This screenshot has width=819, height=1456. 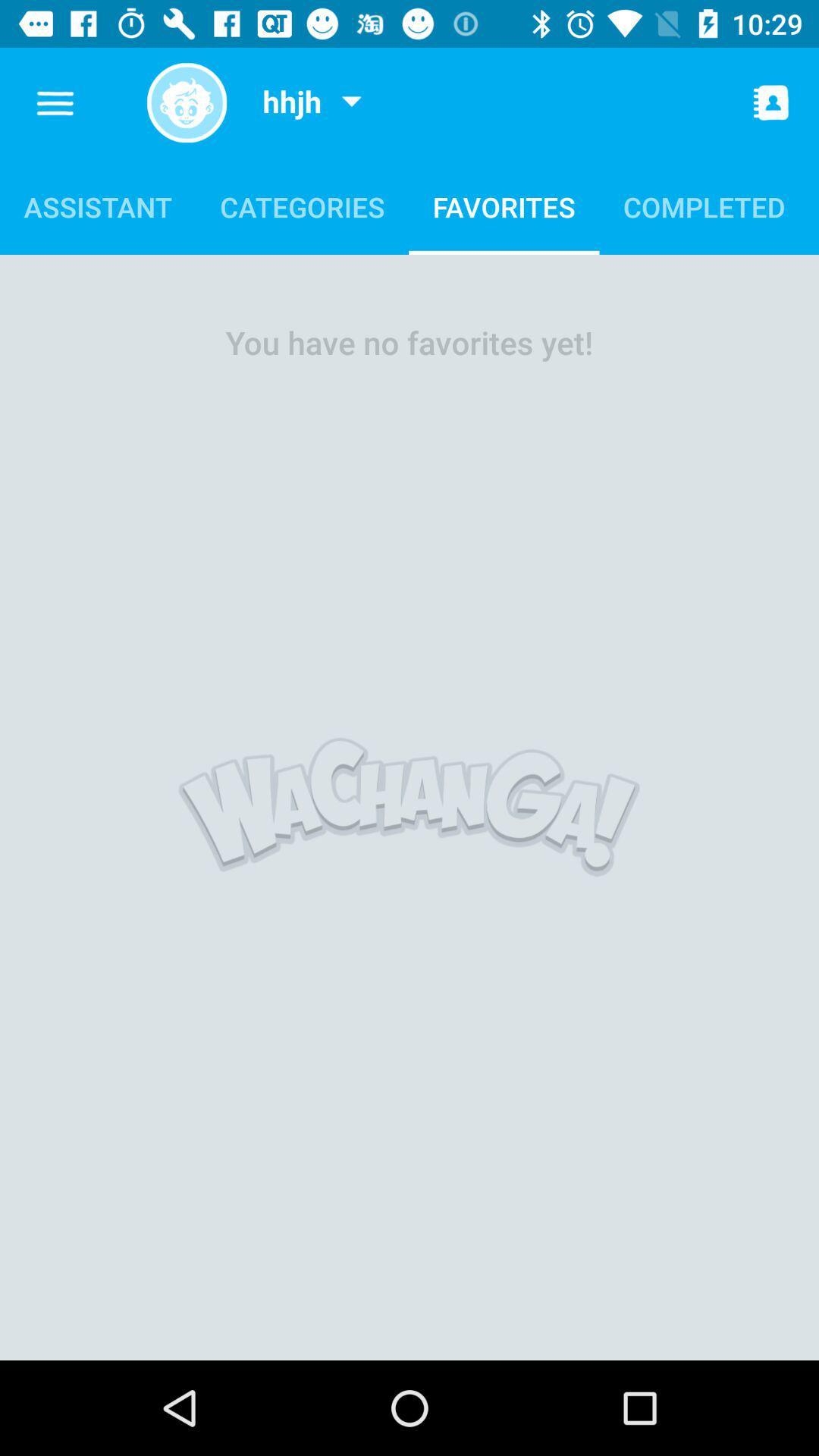 I want to click on shows symbol icon, so click(x=186, y=102).